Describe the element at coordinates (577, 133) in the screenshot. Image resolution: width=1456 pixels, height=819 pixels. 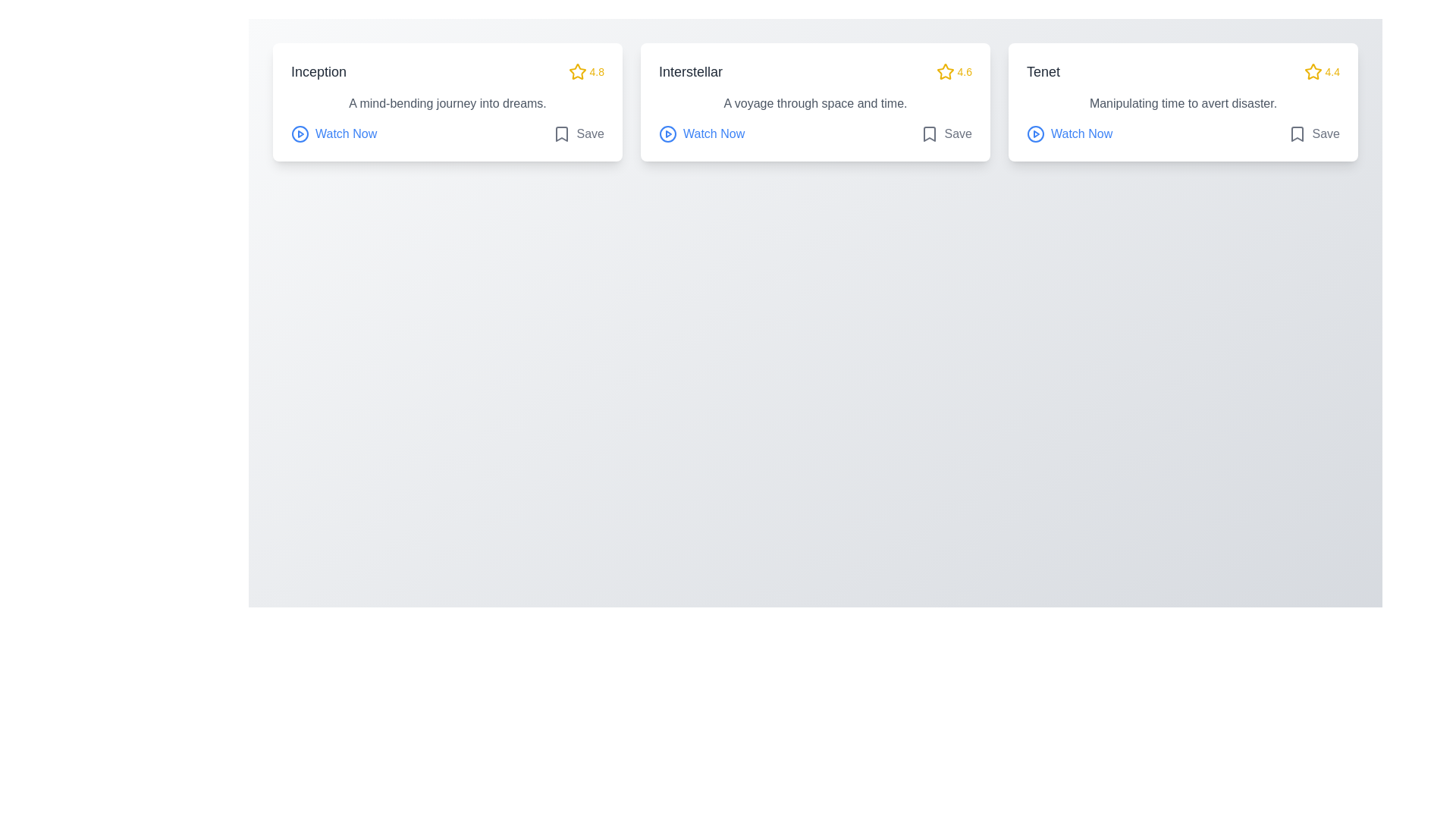
I see `the 'Save' button for the movie 'Inception' to change its color` at that location.